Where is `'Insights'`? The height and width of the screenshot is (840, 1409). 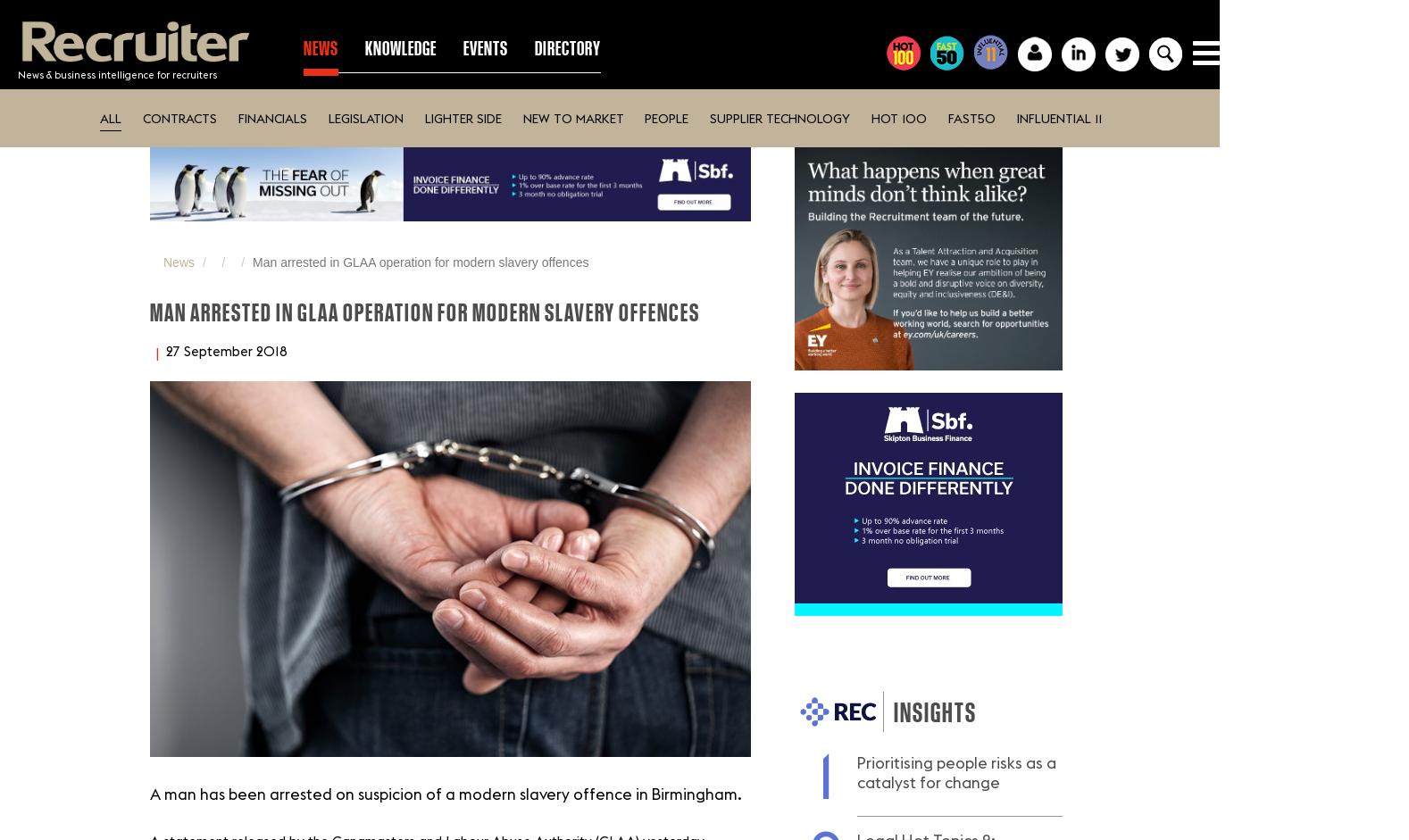
'Insights' is located at coordinates (935, 711).